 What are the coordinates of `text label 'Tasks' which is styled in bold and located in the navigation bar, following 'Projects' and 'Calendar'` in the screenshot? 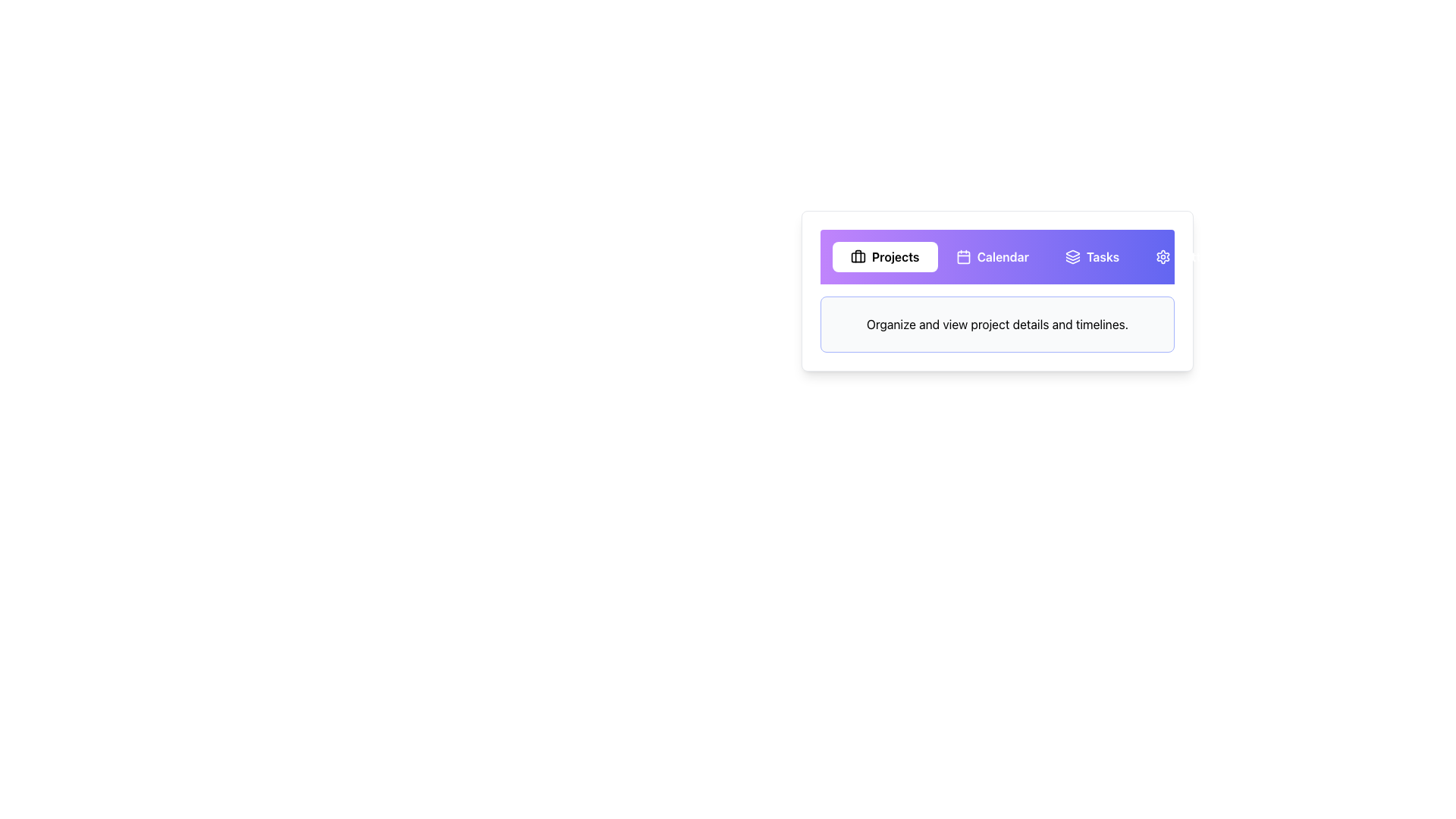 It's located at (1103, 256).